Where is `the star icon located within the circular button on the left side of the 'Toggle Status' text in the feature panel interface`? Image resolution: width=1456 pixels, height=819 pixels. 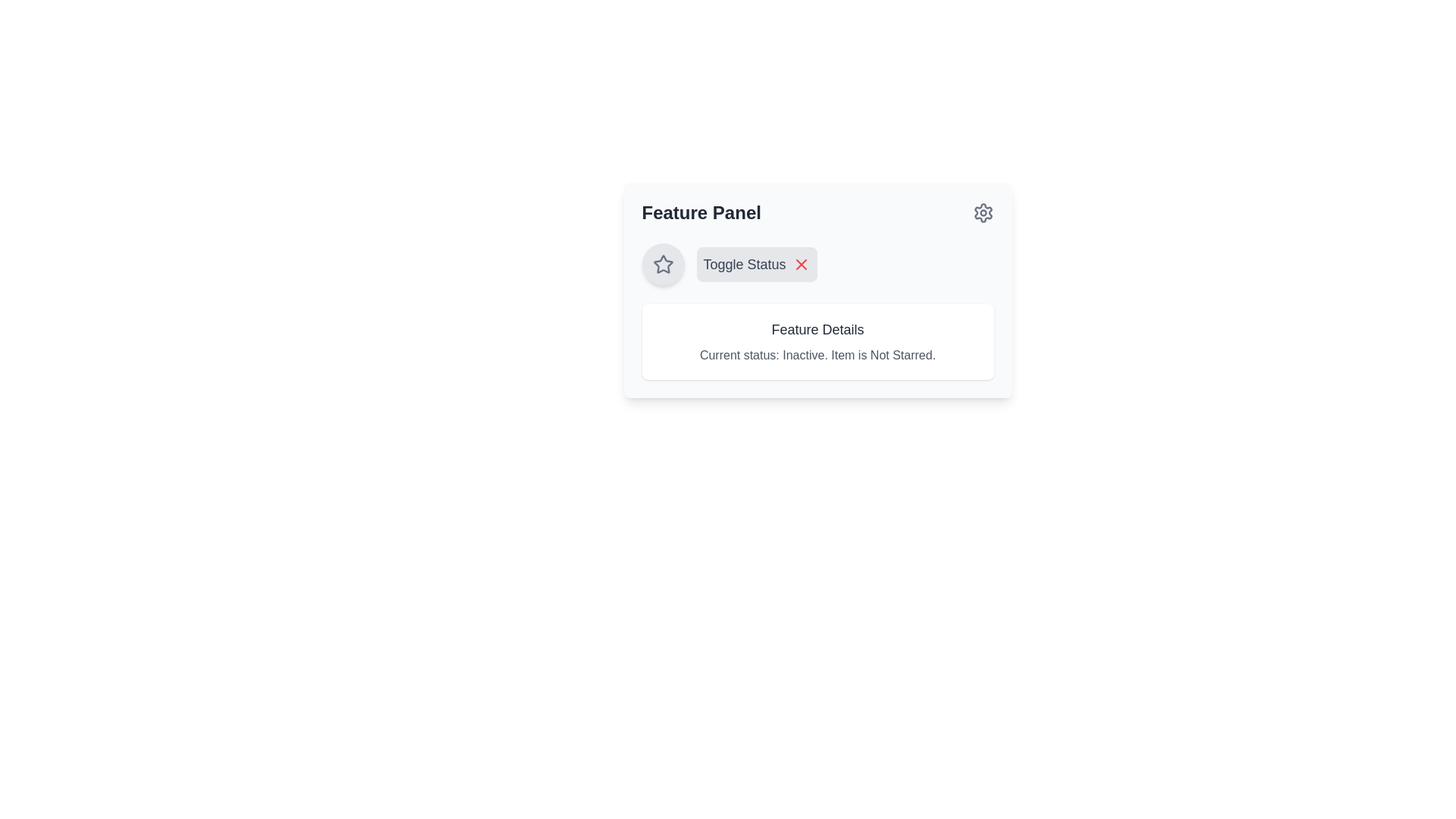
the star icon located within the circular button on the left side of the 'Toggle Status' text in the feature panel interface is located at coordinates (663, 263).